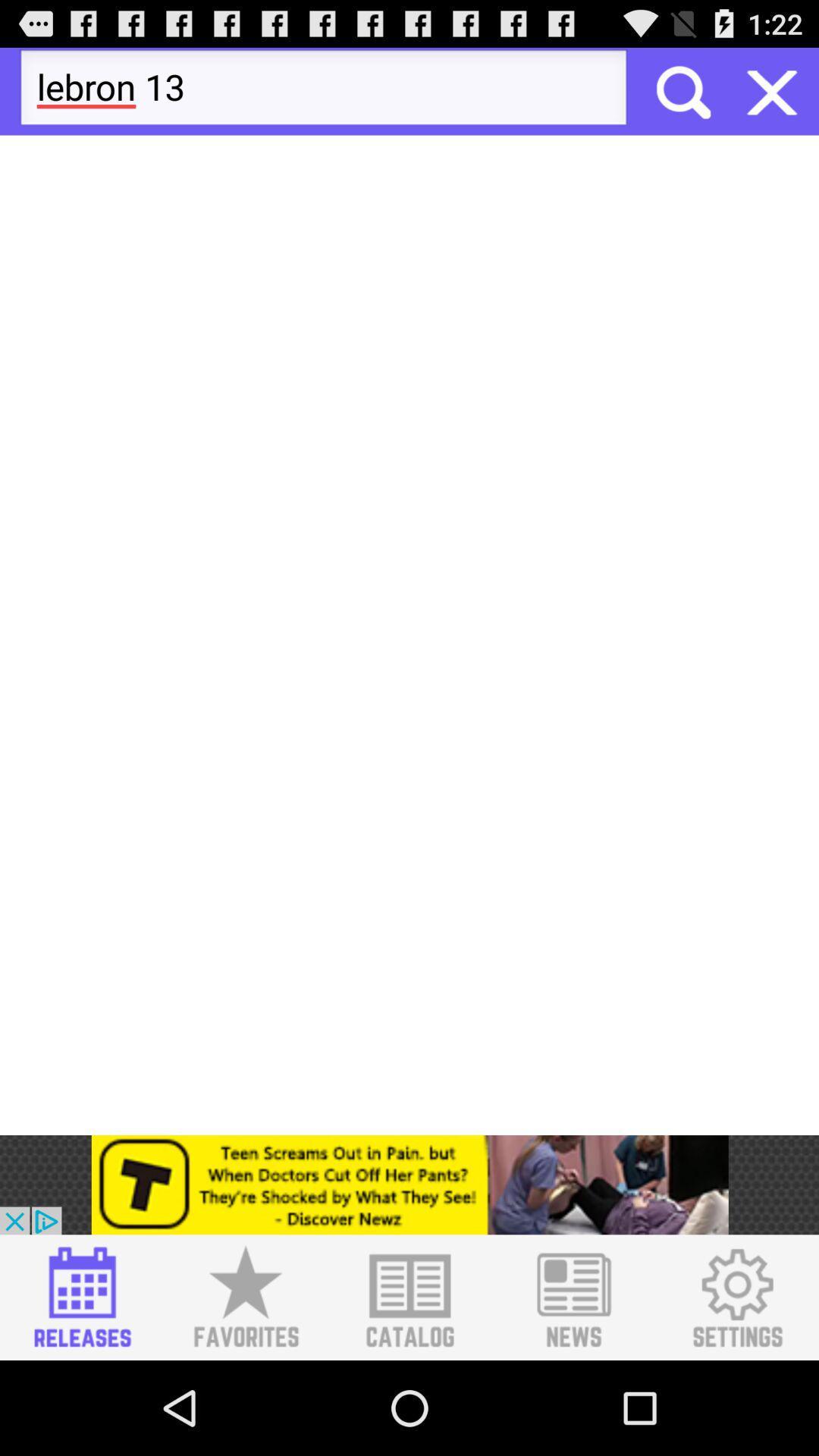 This screenshot has height=1456, width=819. Describe the element at coordinates (409, 1297) in the screenshot. I see `catalog` at that location.